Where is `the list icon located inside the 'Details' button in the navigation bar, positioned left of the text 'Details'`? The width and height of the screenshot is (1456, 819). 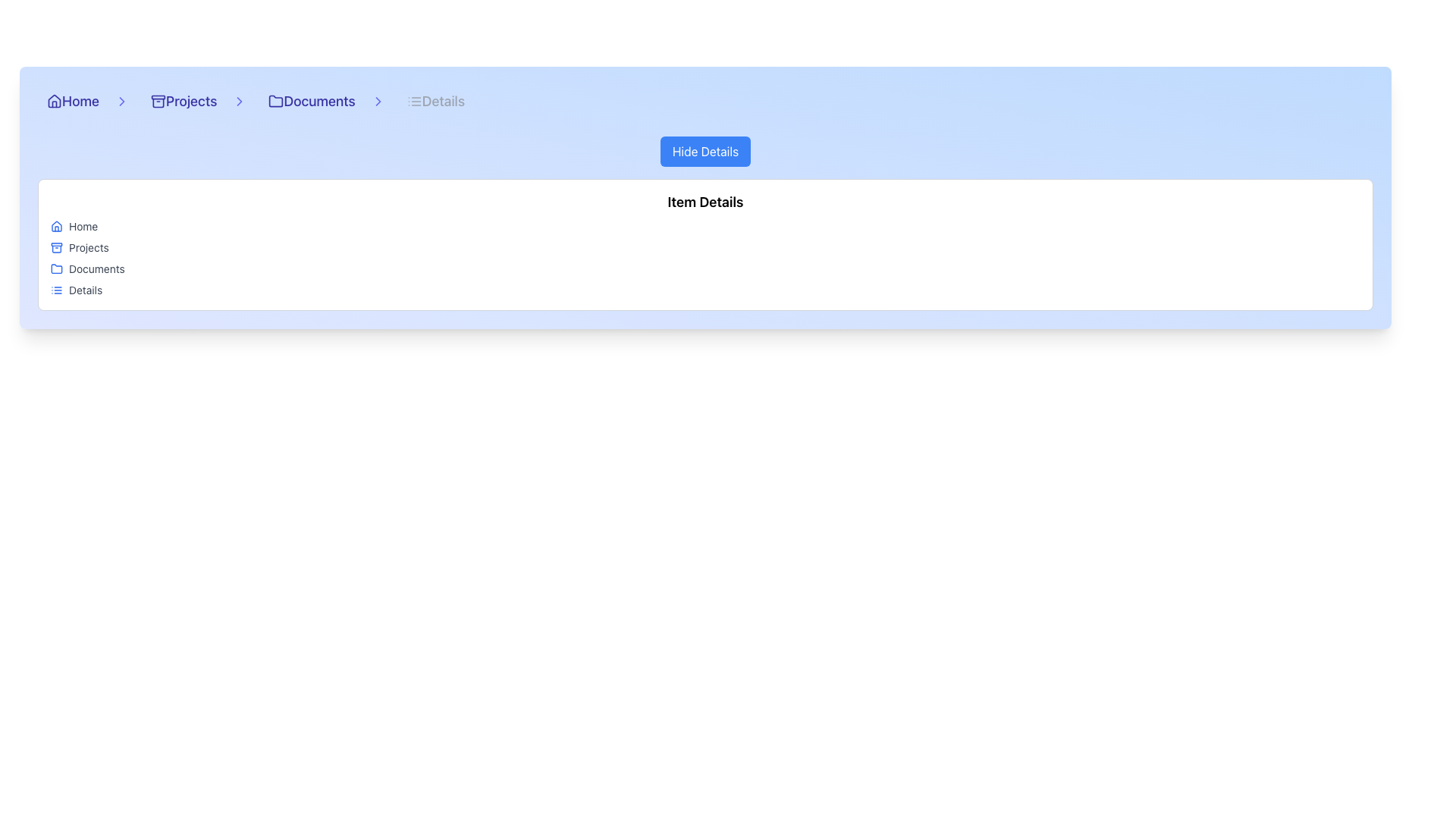
the list icon located inside the 'Details' button in the navigation bar, positioned left of the text 'Details' is located at coordinates (414, 102).